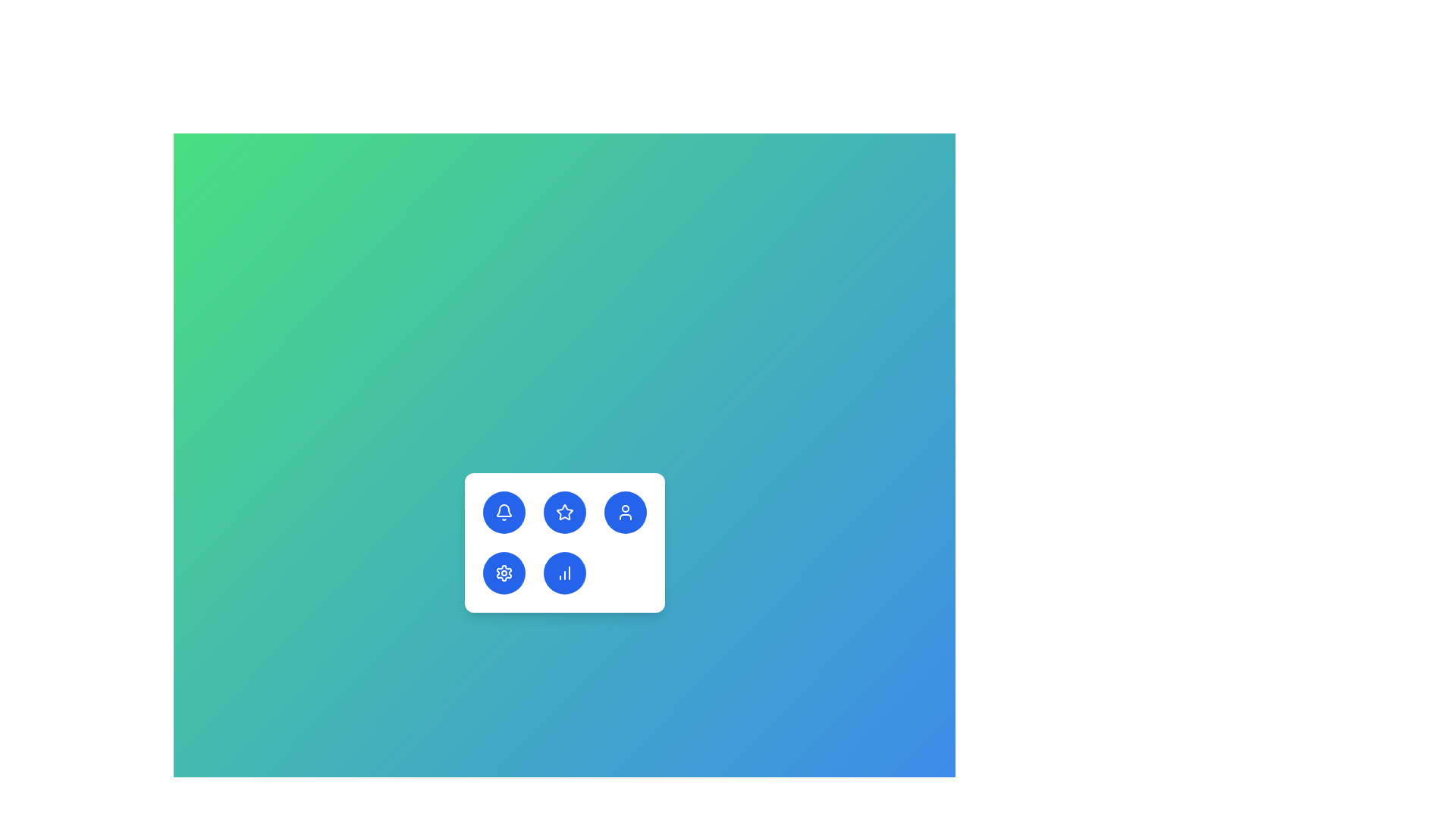 The image size is (1456, 819). I want to click on the user profile icon button located in the top-right corner of the set of five circular icons, so click(625, 512).